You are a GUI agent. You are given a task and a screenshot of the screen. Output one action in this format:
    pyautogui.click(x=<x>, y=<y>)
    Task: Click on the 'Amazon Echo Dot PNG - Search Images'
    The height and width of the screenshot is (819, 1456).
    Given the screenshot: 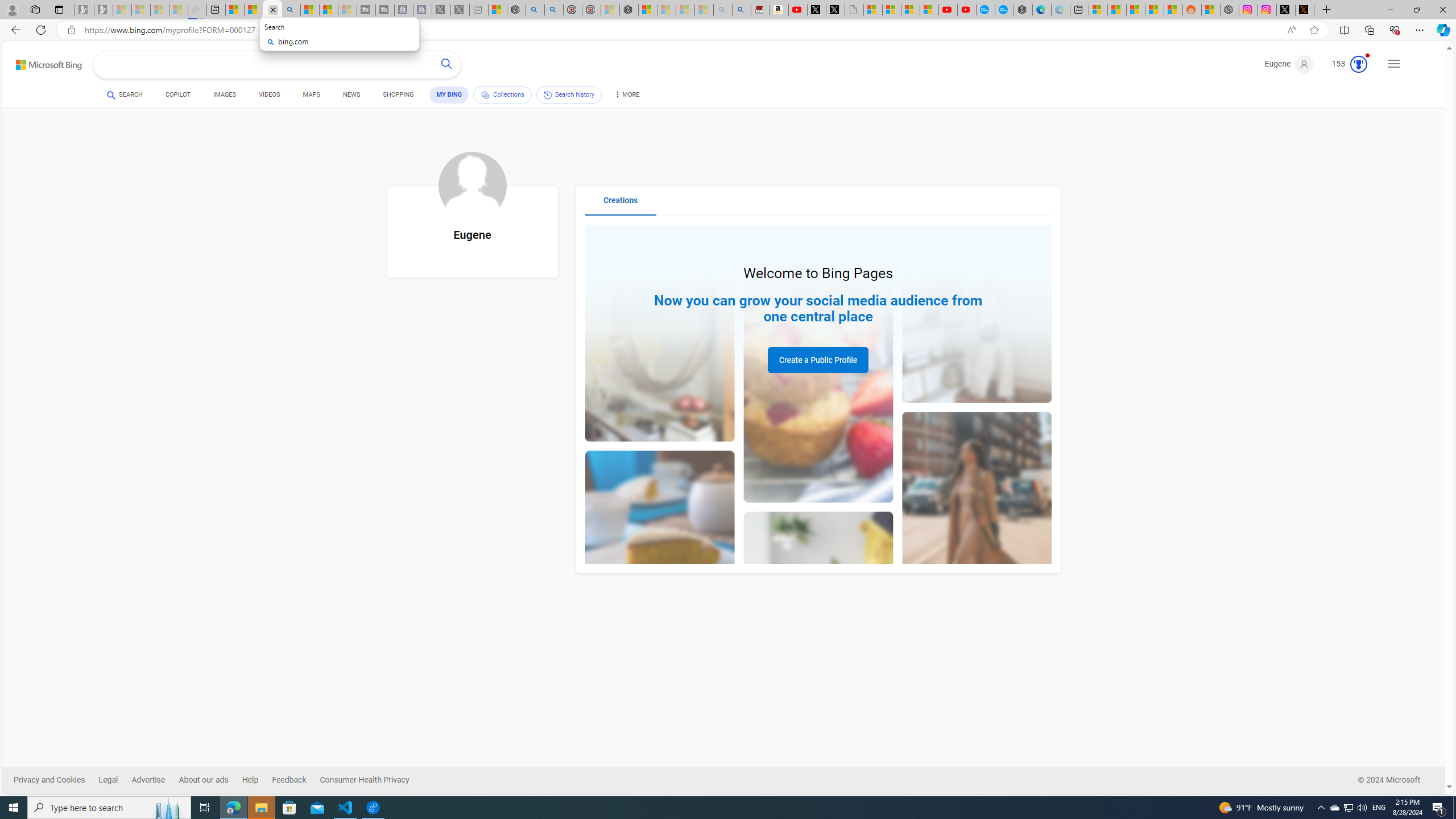 What is the action you would take?
    pyautogui.click(x=742, y=9)
    